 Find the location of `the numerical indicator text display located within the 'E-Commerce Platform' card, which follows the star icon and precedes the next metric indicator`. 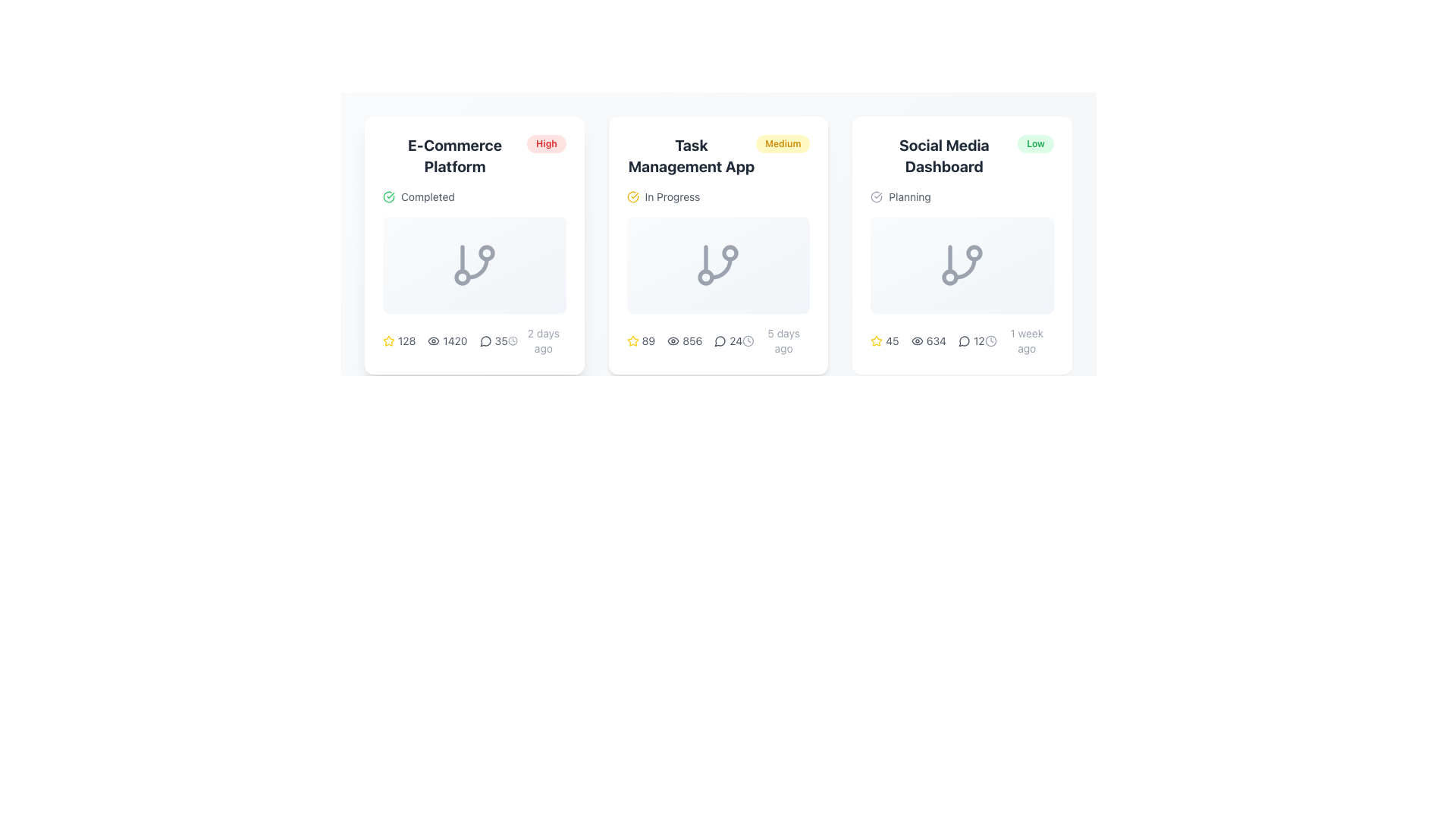

the numerical indicator text display located within the 'E-Commerce Platform' card, which follows the star icon and precedes the next metric indicator is located at coordinates (406, 341).